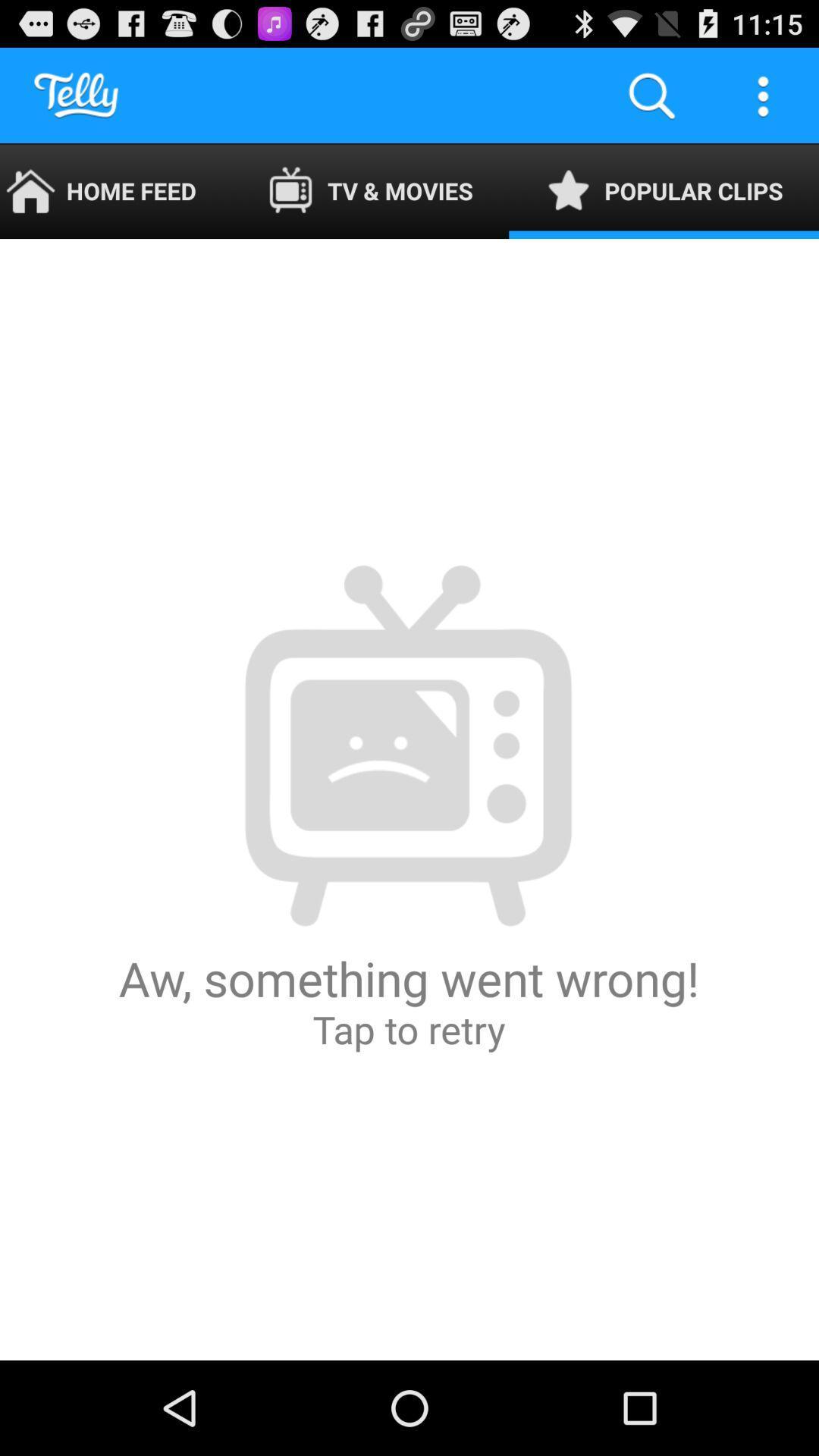 The height and width of the screenshot is (1456, 819). Describe the element at coordinates (651, 94) in the screenshot. I see `app to the right of tv & movies icon` at that location.